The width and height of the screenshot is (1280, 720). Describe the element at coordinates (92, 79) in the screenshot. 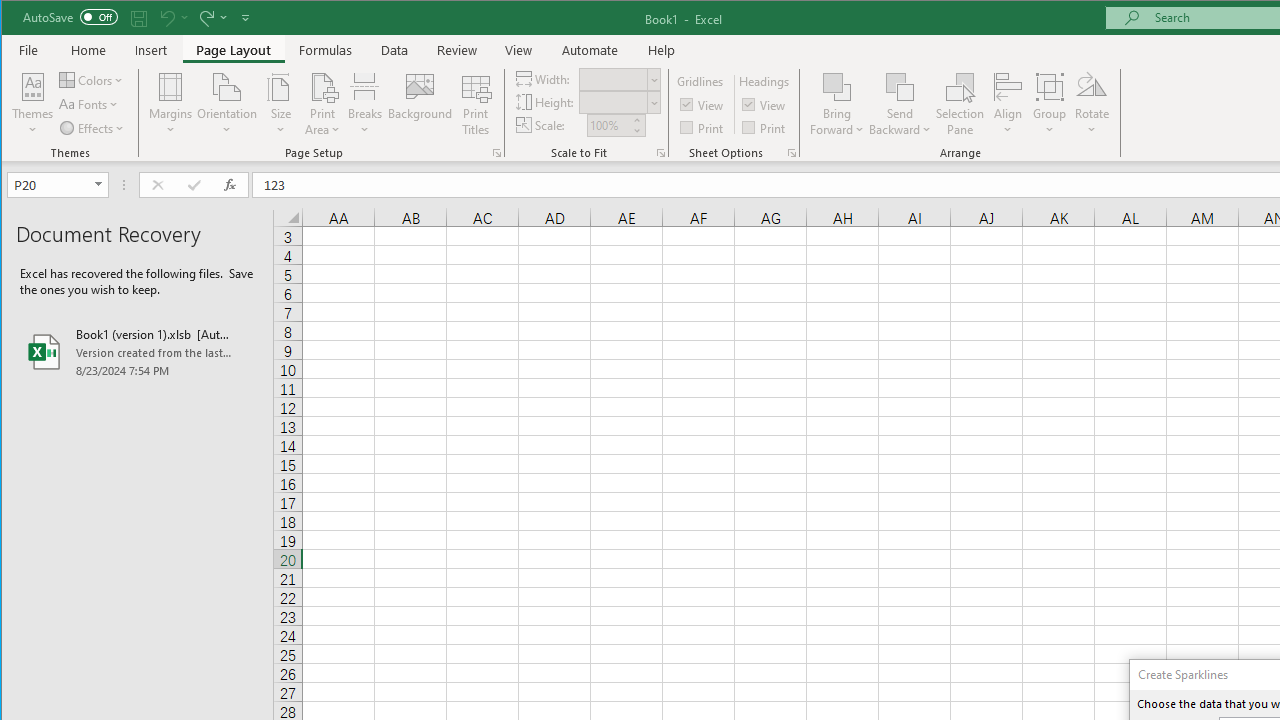

I see `'Colors'` at that location.